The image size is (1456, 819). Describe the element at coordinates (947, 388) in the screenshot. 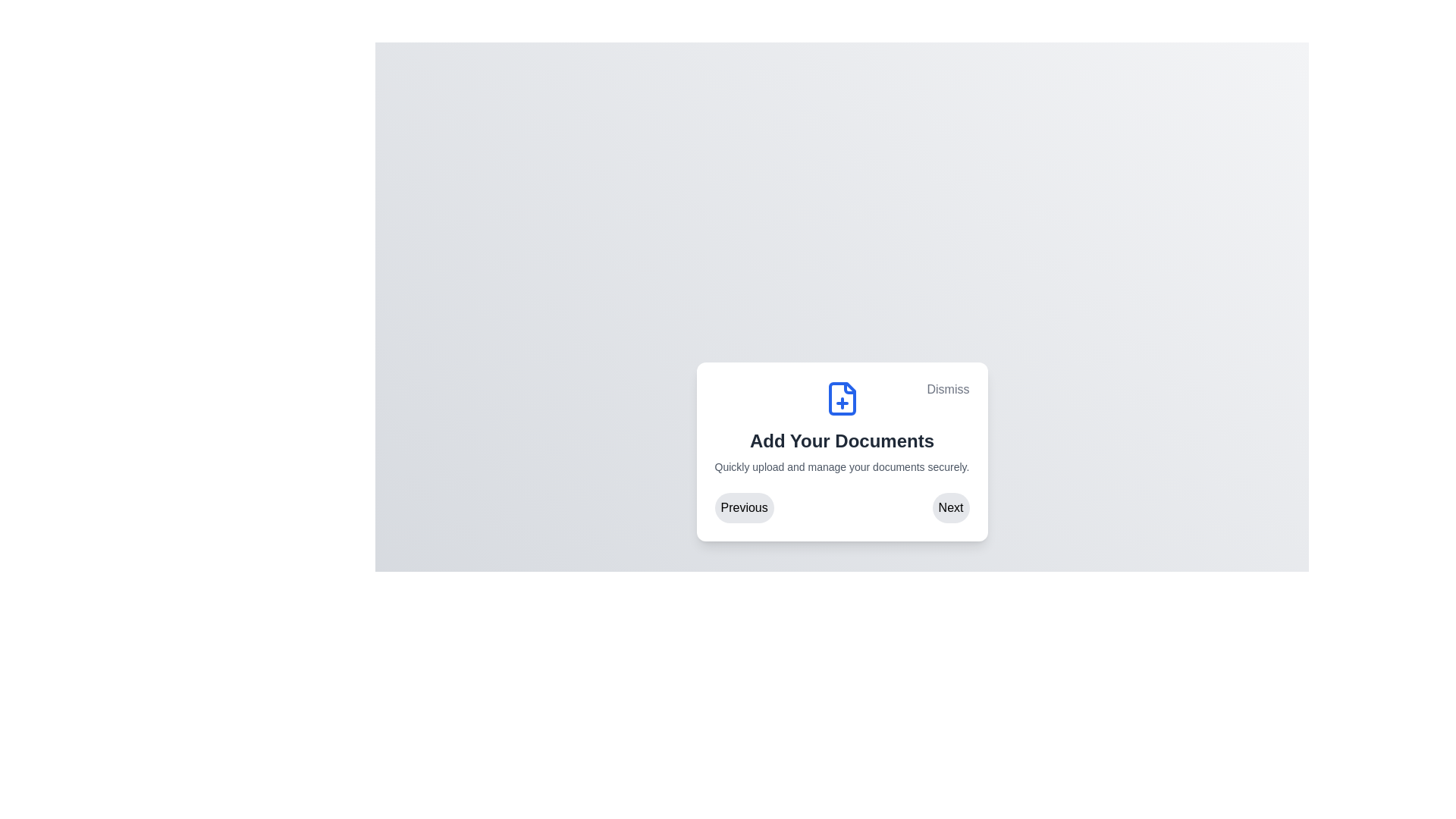

I see `the 'Dismiss' button located in the top-right corner of the modal interface to change its color for visual feedback` at that location.